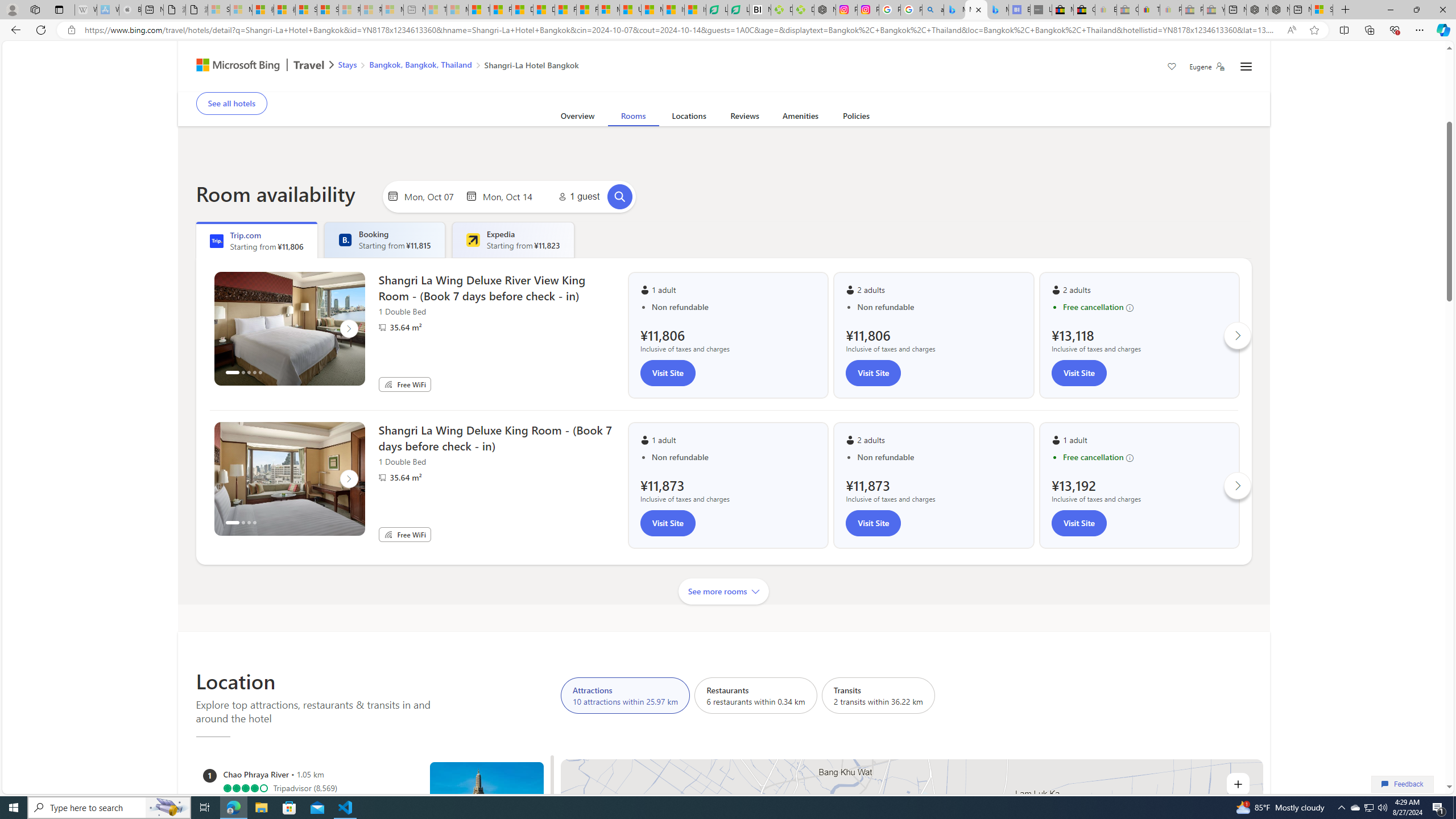  Describe the element at coordinates (737, 9) in the screenshot. I see `'LendingTree - Compare Lenders'` at that location.